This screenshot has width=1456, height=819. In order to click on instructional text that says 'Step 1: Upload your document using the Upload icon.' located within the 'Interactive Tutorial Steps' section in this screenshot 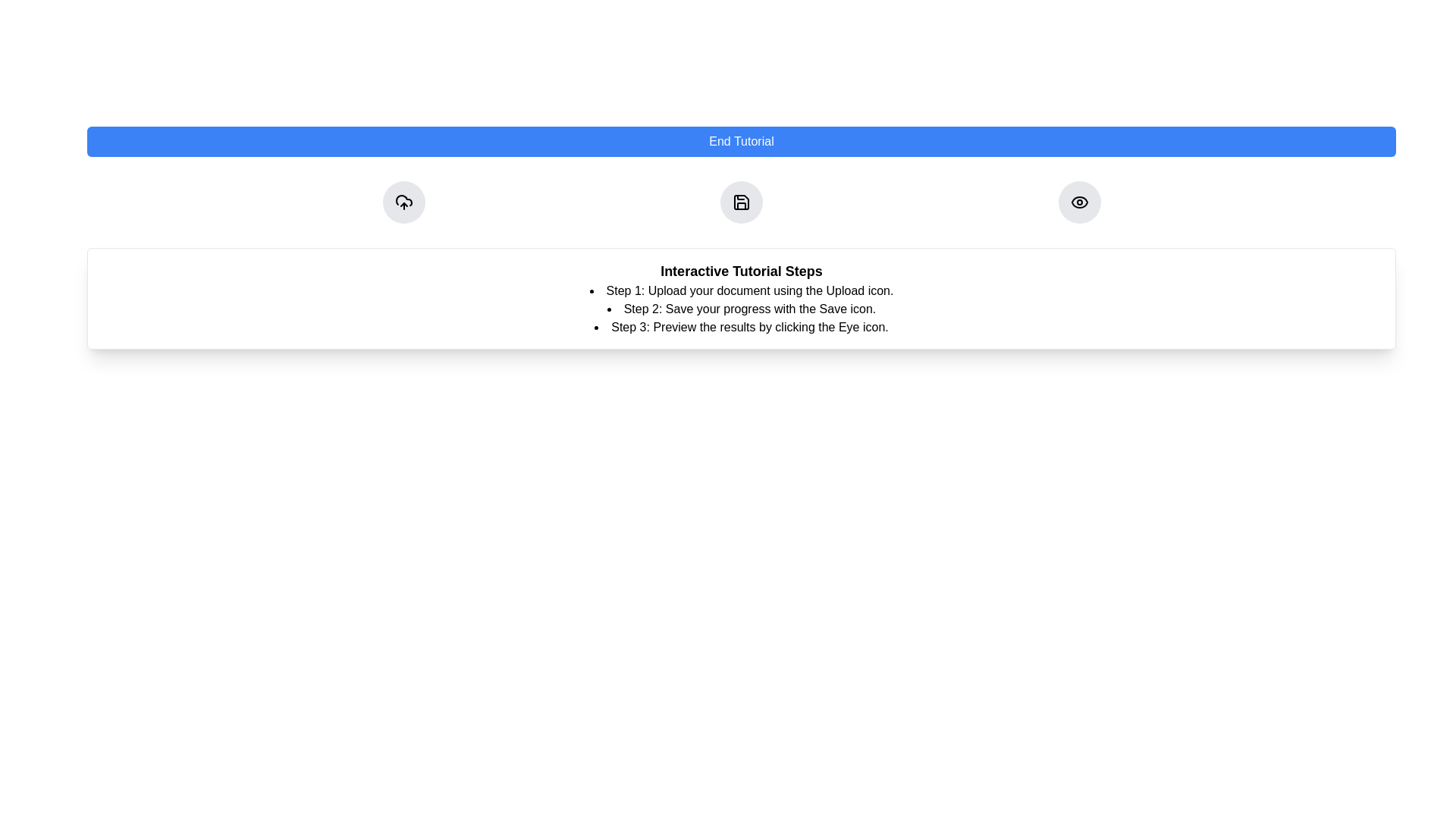, I will do `click(742, 291)`.